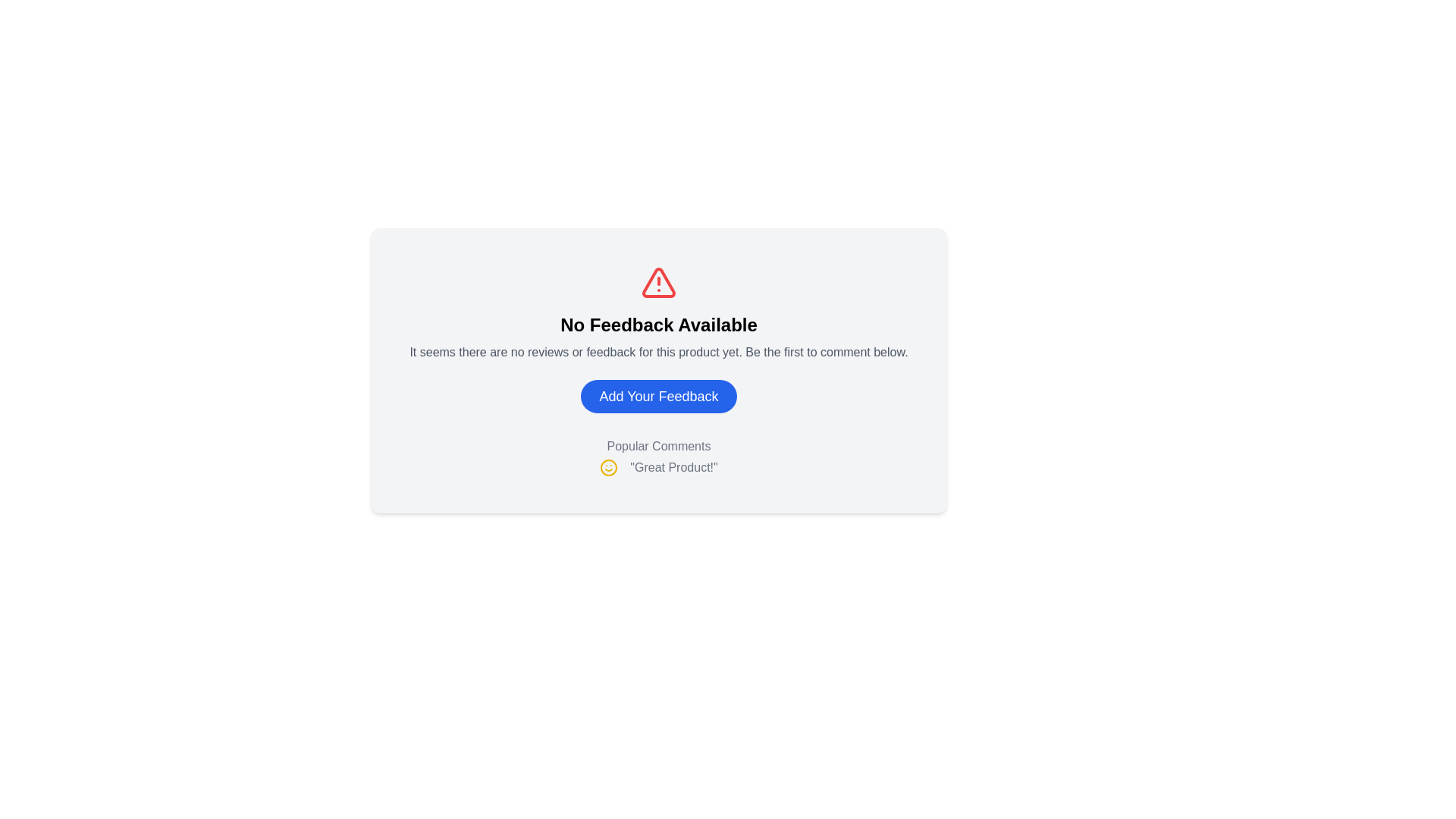 This screenshot has width=1456, height=819. Describe the element at coordinates (658, 446) in the screenshot. I see `the text label displaying 'Popular Comments', which is styled with a gray font on a light background and is positioned at the top of the comments section` at that location.